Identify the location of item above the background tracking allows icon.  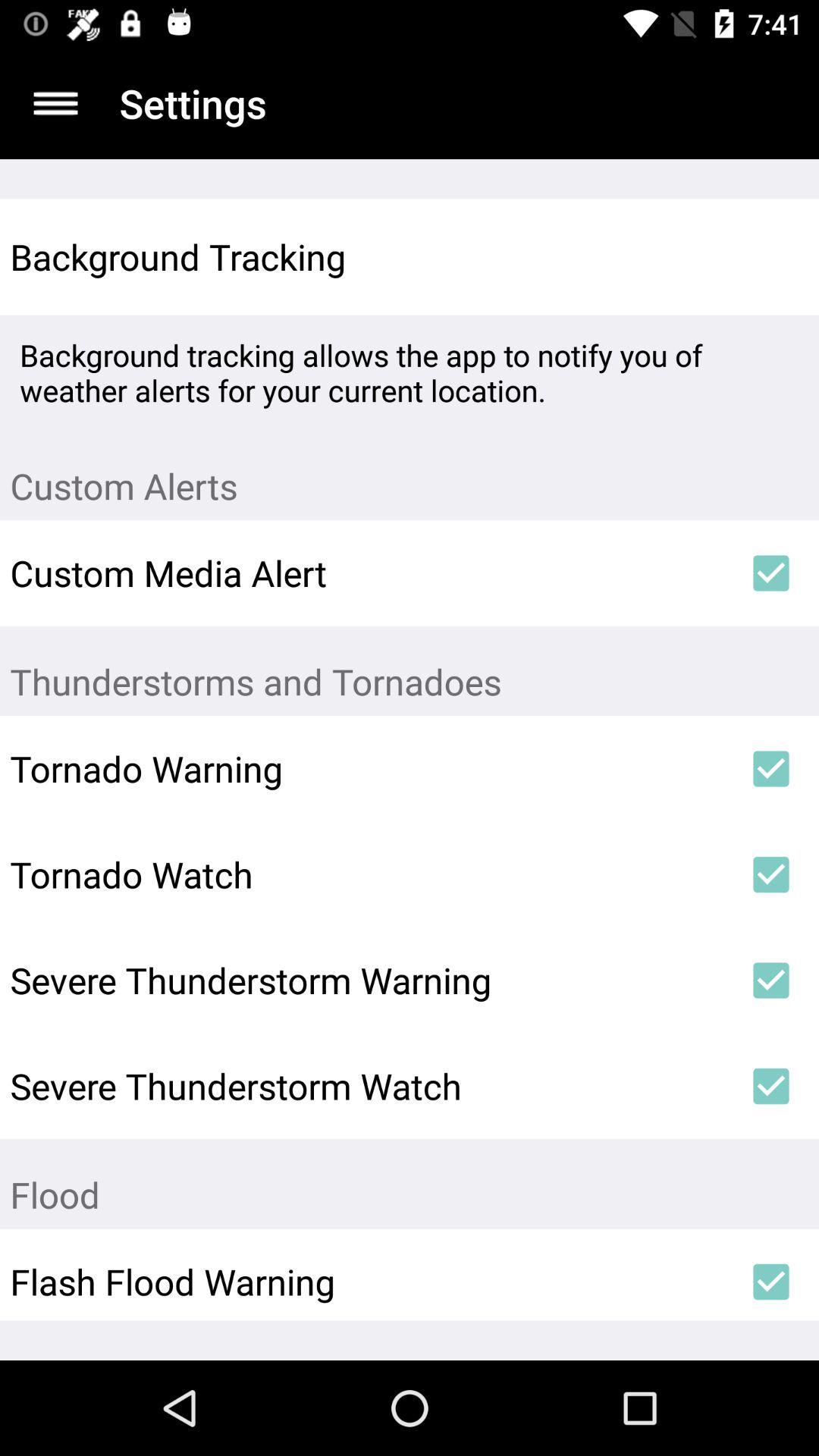
(771, 257).